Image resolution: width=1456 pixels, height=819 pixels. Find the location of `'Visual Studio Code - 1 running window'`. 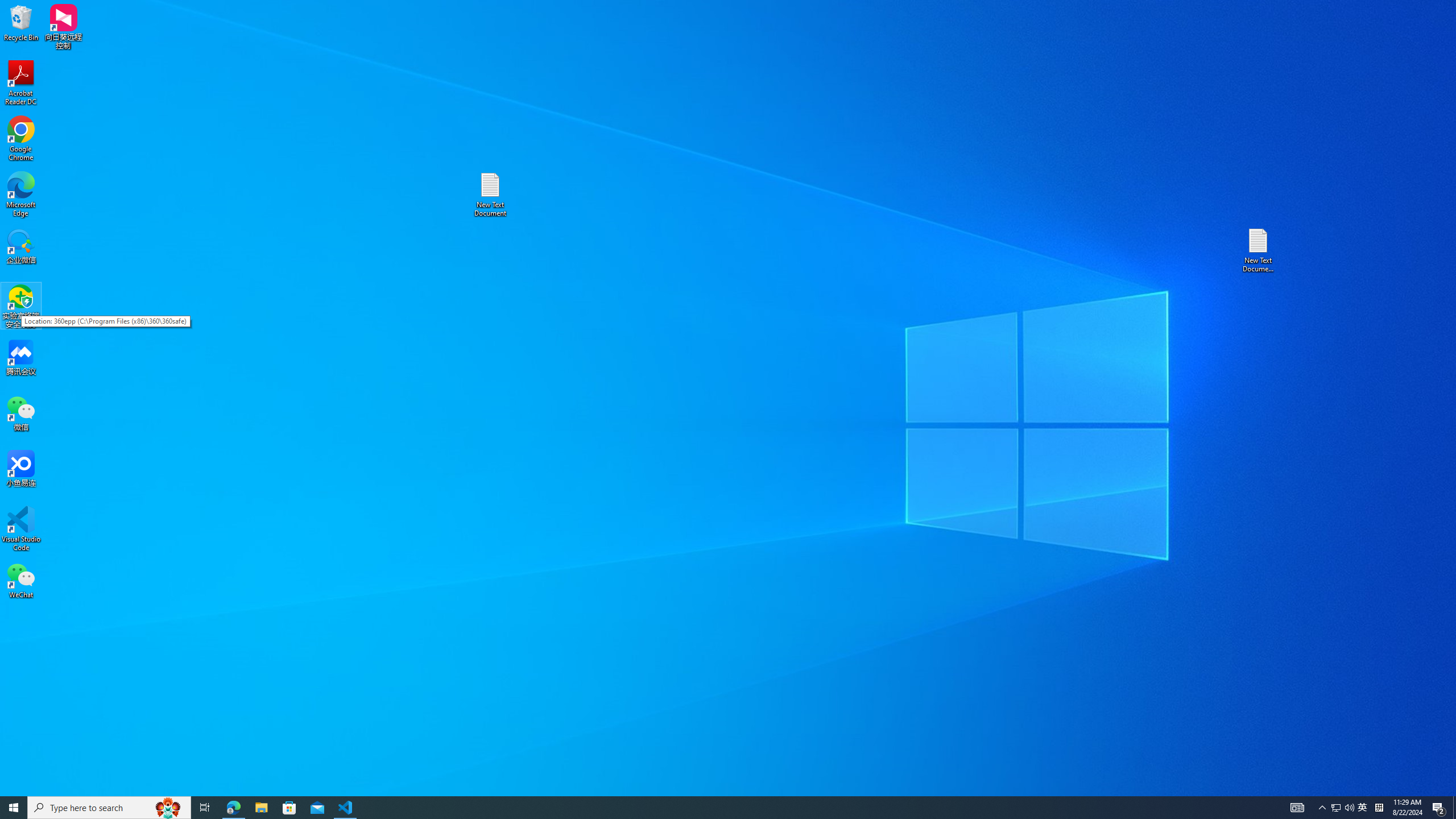

'Visual Studio Code - 1 running window' is located at coordinates (345, 806).